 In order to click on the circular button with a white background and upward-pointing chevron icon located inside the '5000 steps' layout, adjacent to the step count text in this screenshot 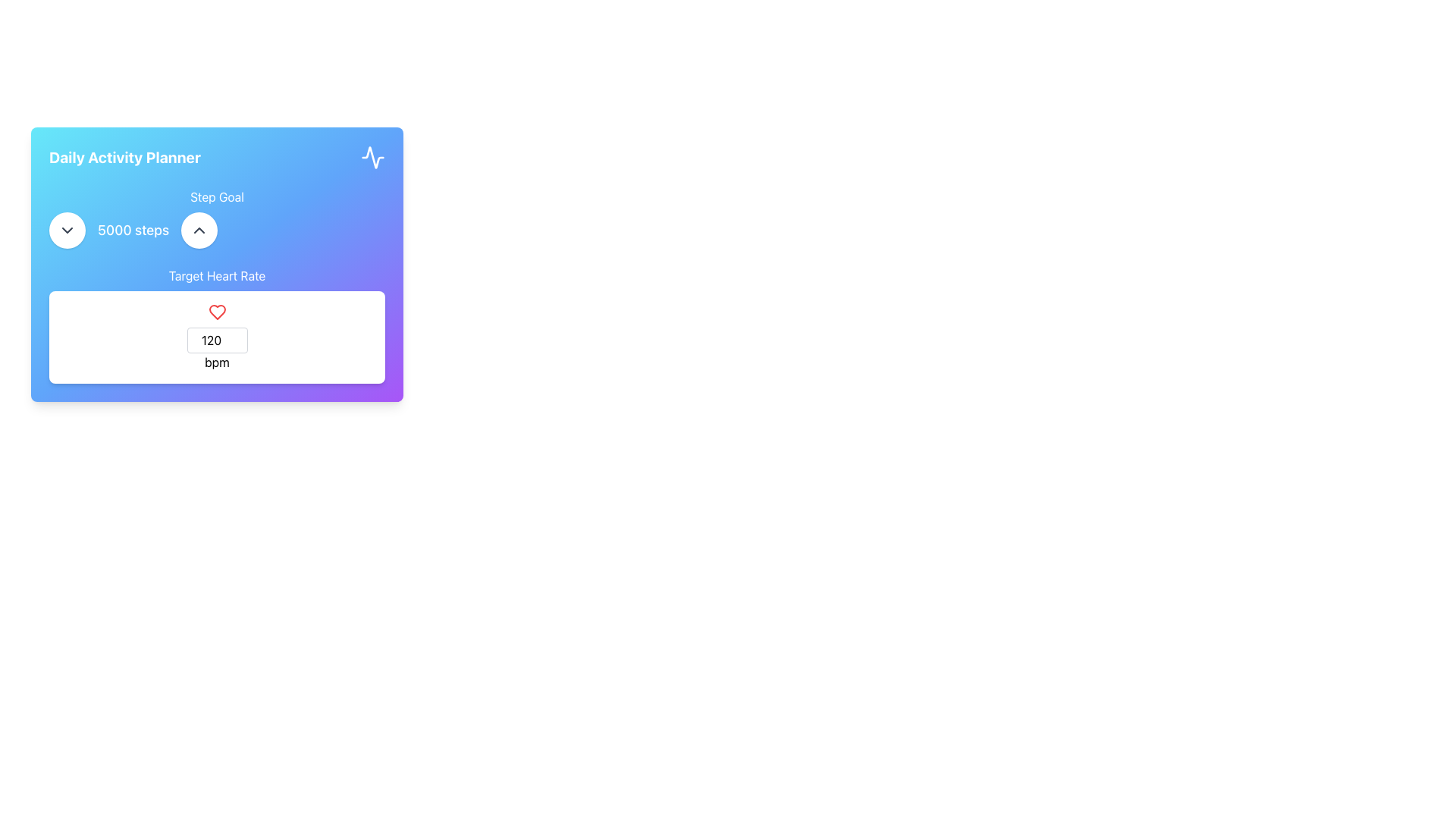, I will do `click(199, 231)`.